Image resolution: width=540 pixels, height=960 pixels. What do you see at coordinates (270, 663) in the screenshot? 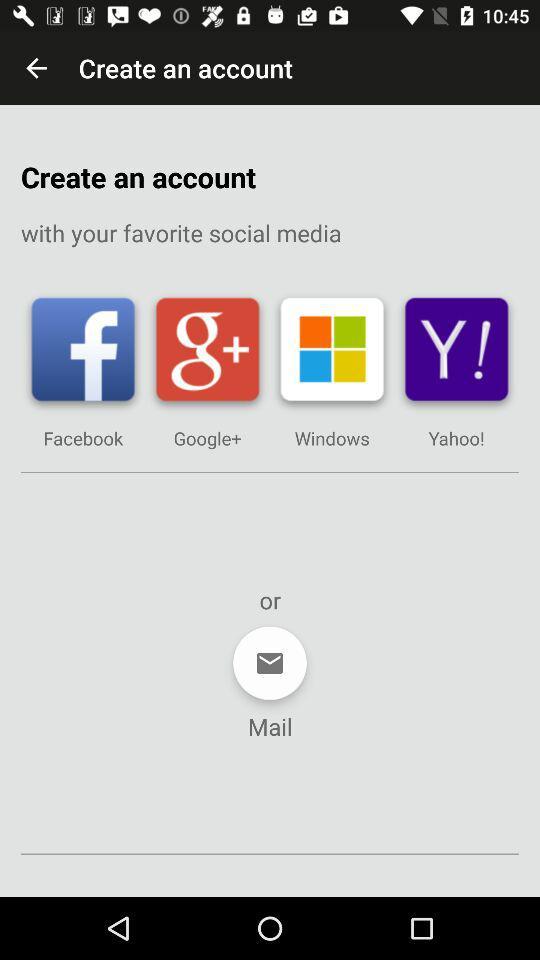
I see `the email icon` at bounding box center [270, 663].